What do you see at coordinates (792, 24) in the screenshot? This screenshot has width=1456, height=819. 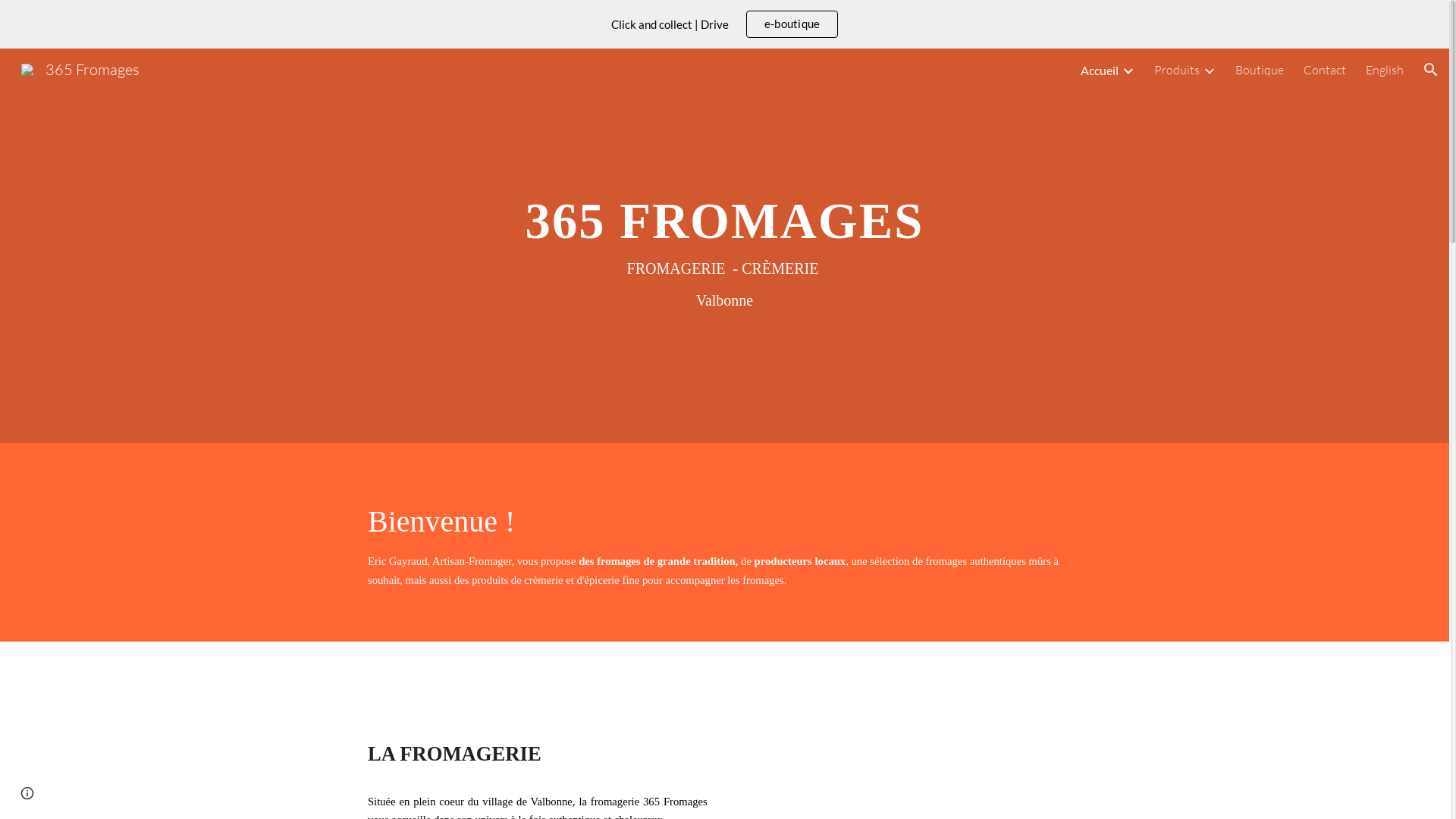 I see `'e-boutique'` at bounding box center [792, 24].